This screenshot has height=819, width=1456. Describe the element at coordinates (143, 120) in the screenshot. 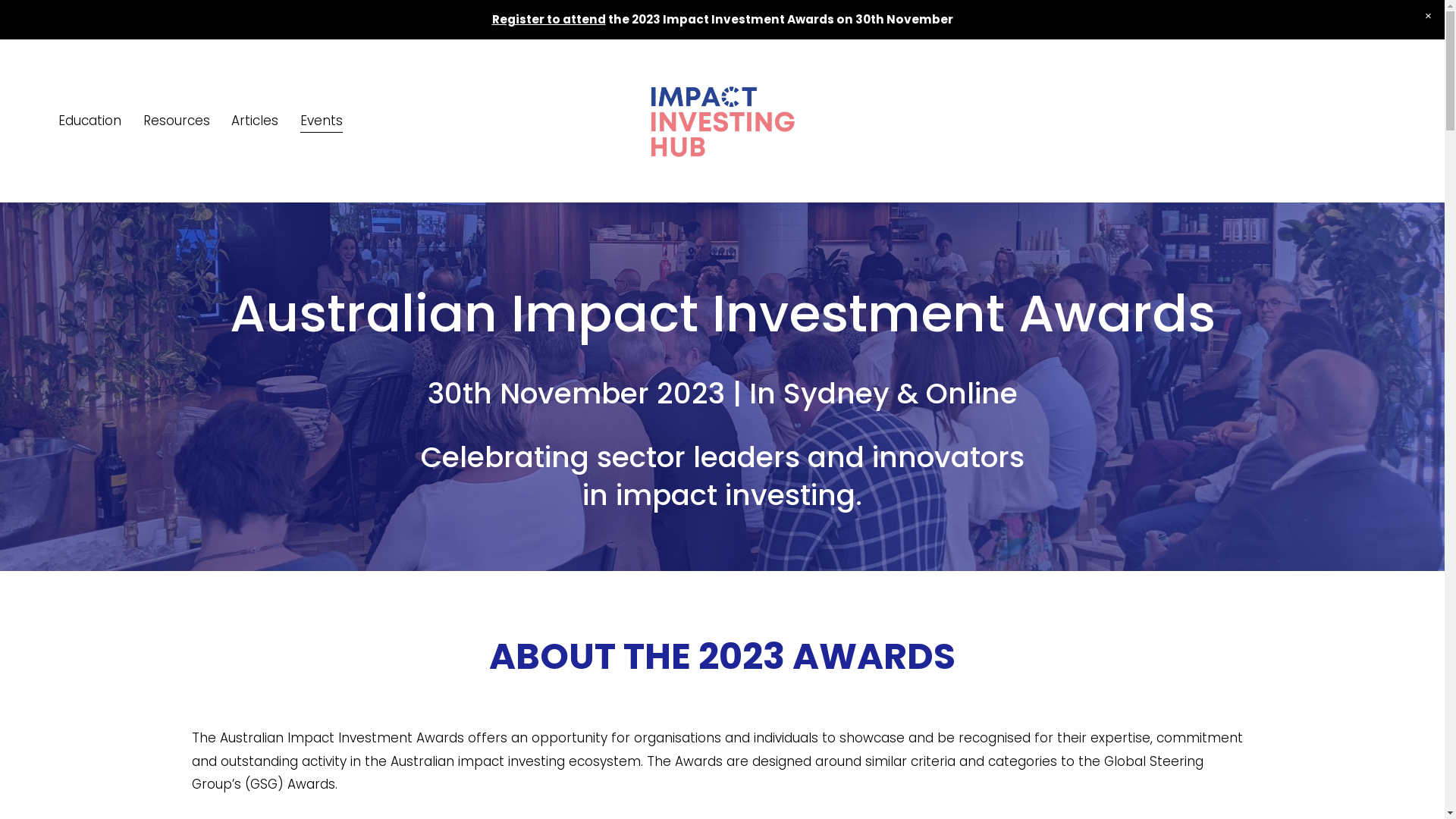

I see `'Resources'` at that location.